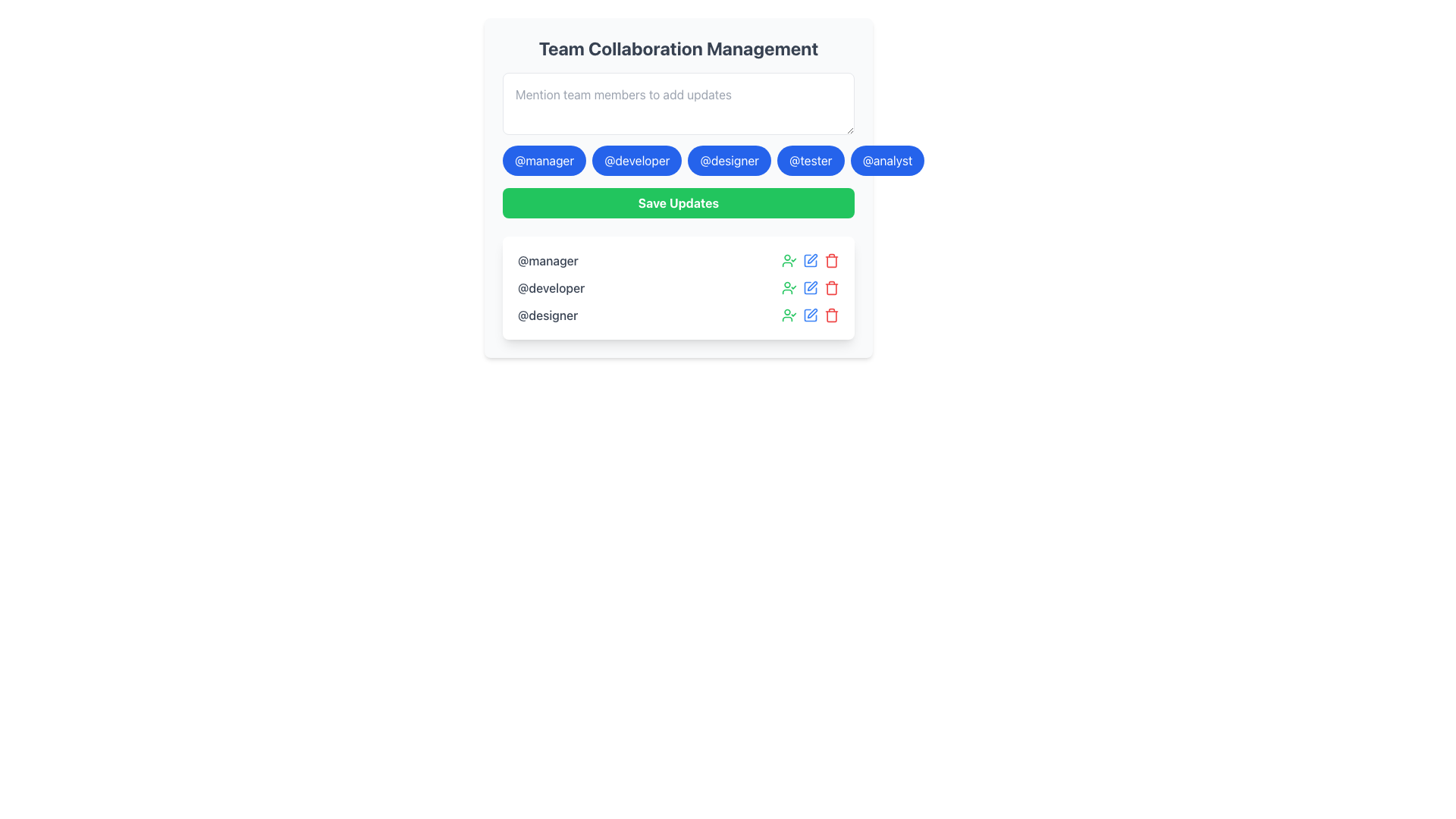 Image resolution: width=1456 pixels, height=819 pixels. What do you see at coordinates (789, 315) in the screenshot?
I see `the icon button located to the right of the text '@designer'` at bounding box center [789, 315].